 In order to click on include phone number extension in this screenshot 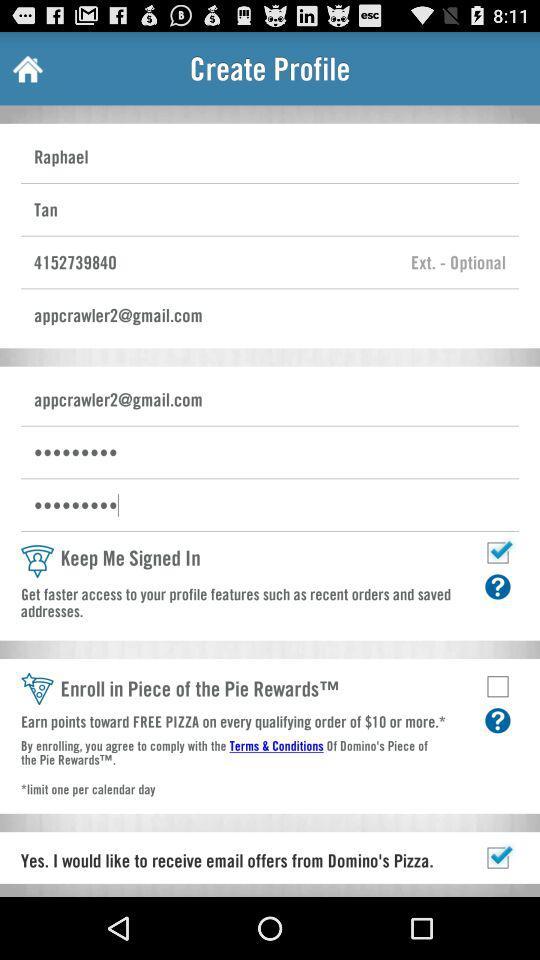, I will do `click(458, 261)`.